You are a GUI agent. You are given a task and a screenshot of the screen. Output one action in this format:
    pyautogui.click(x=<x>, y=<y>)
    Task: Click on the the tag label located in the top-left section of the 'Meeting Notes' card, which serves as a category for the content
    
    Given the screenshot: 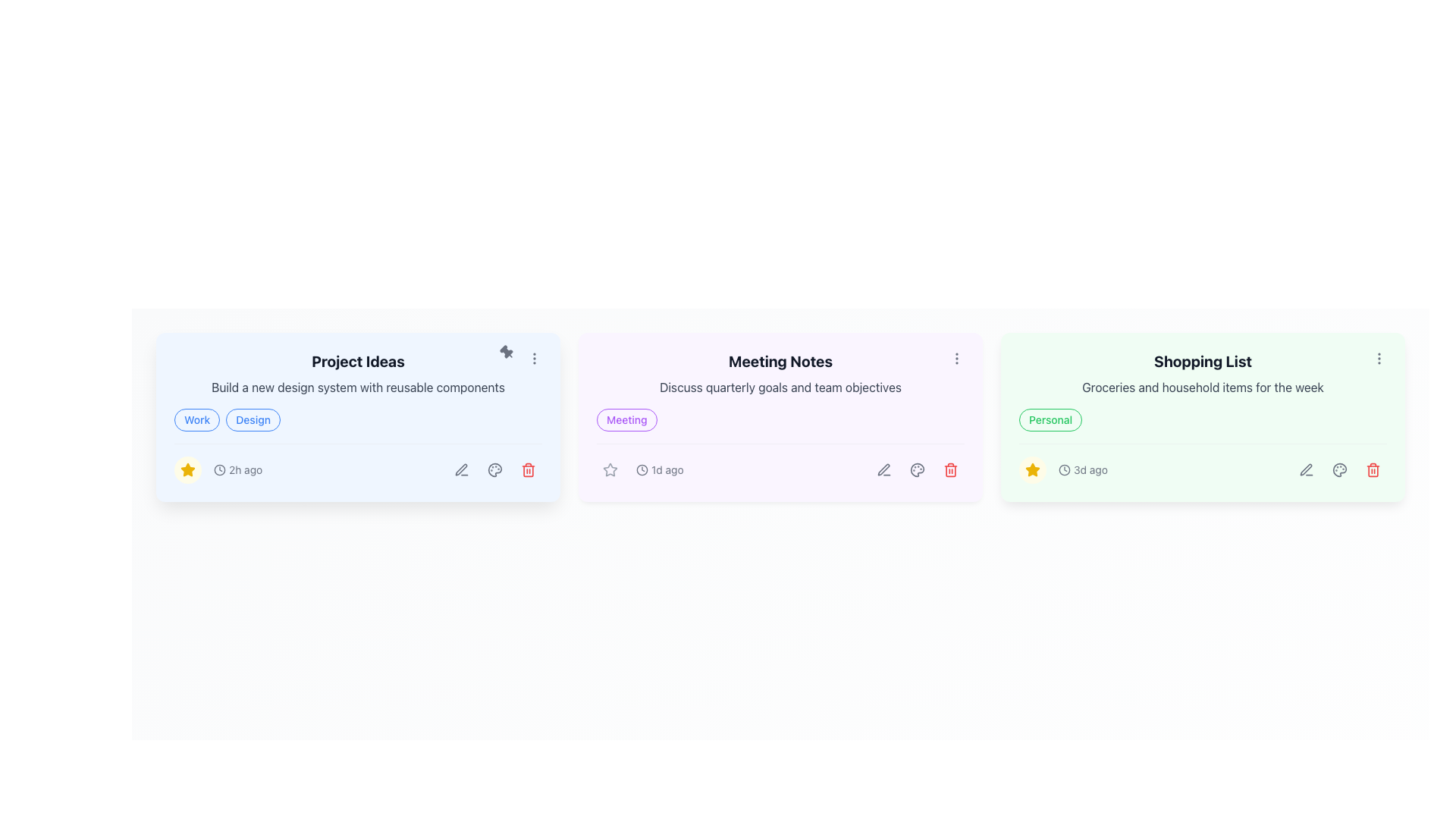 What is the action you would take?
    pyautogui.click(x=626, y=420)
    